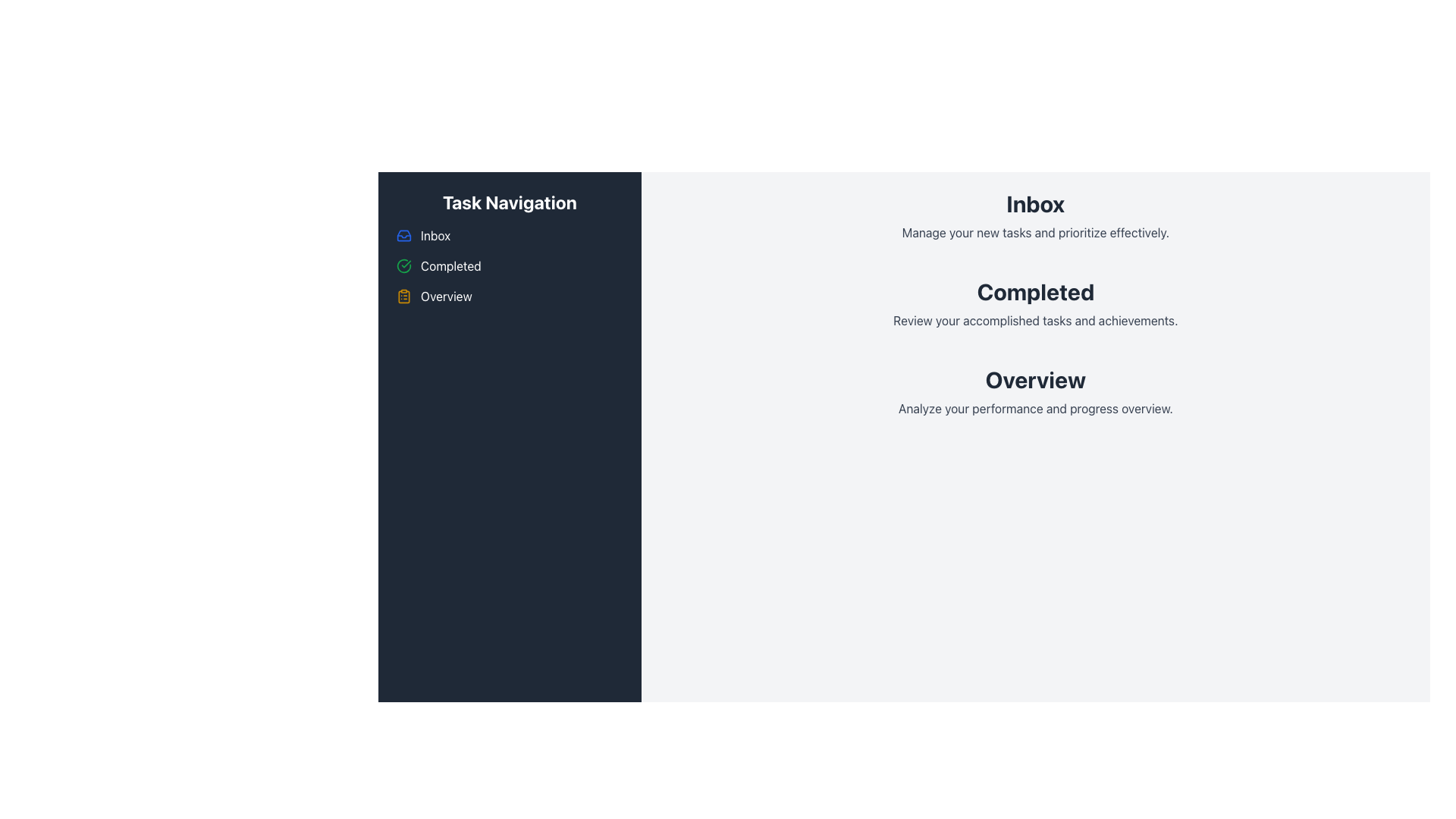 The width and height of the screenshot is (1456, 819). What do you see at coordinates (445, 296) in the screenshot?
I see `the third item in the vertical navigation menu, labeled 'Overview'` at bounding box center [445, 296].